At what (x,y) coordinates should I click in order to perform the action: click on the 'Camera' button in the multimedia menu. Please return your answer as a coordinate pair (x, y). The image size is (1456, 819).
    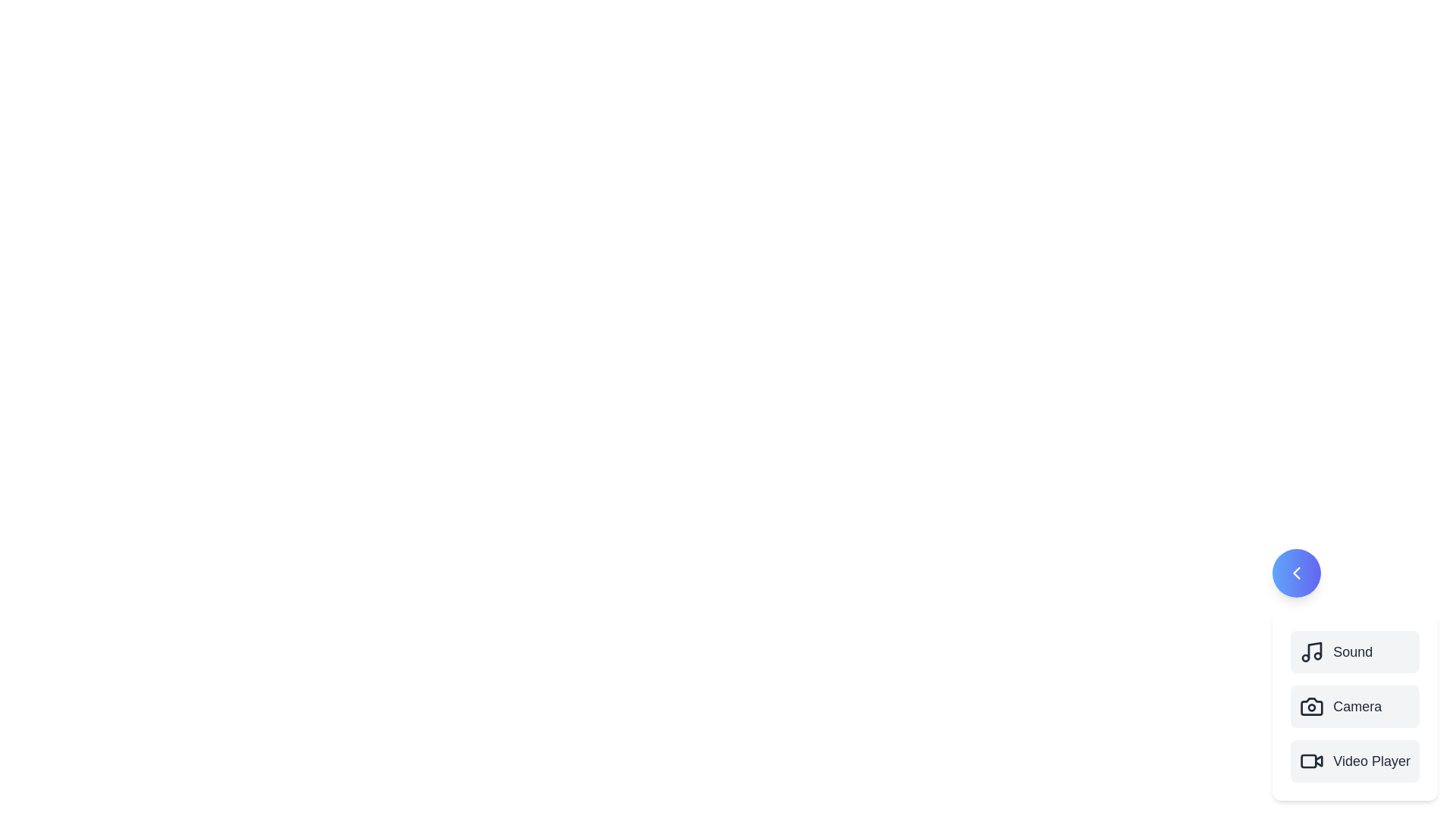
    Looking at the image, I should click on (1354, 707).